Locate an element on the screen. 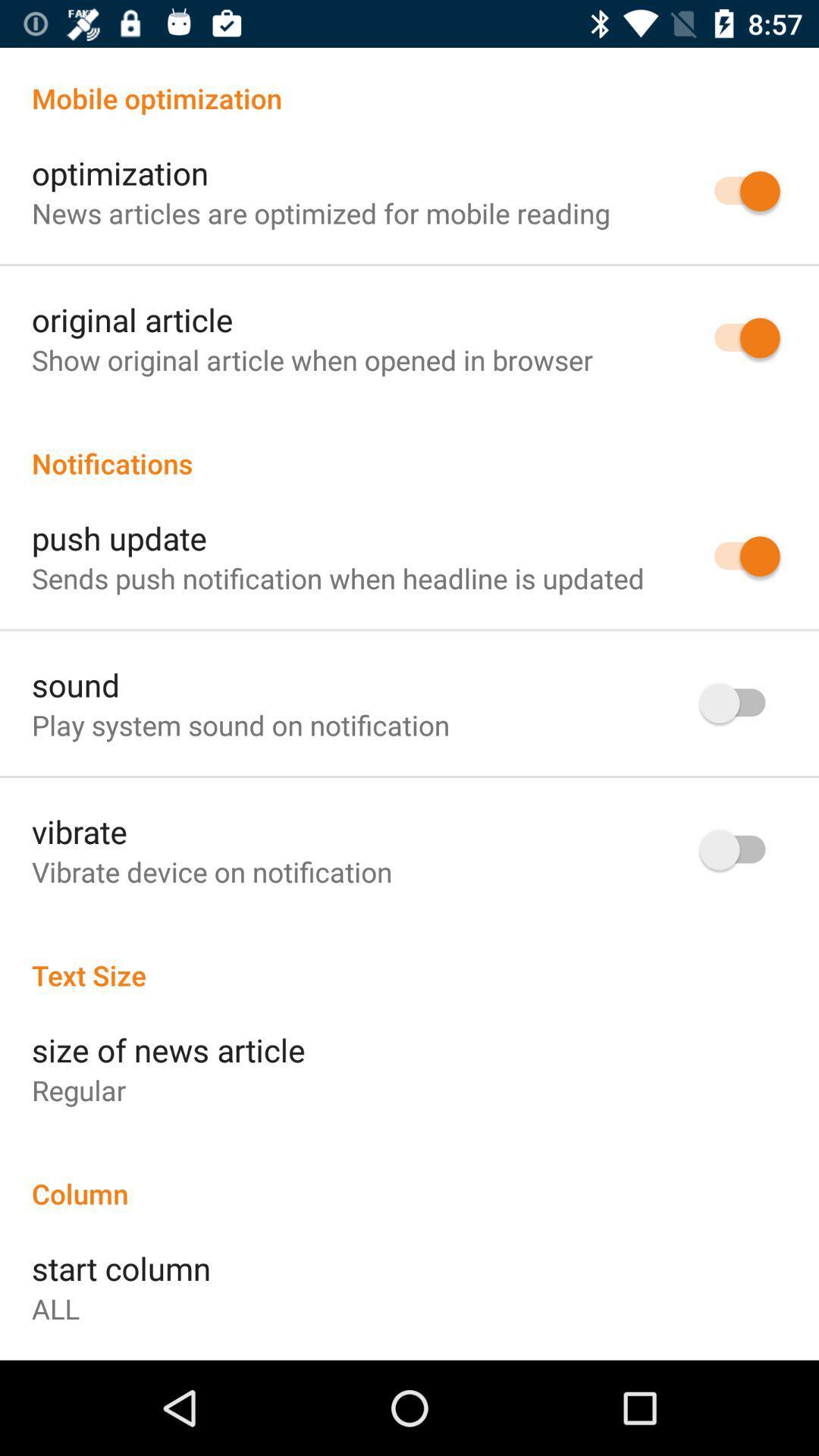 The height and width of the screenshot is (1456, 819). mobile optimization app is located at coordinates (409, 81).